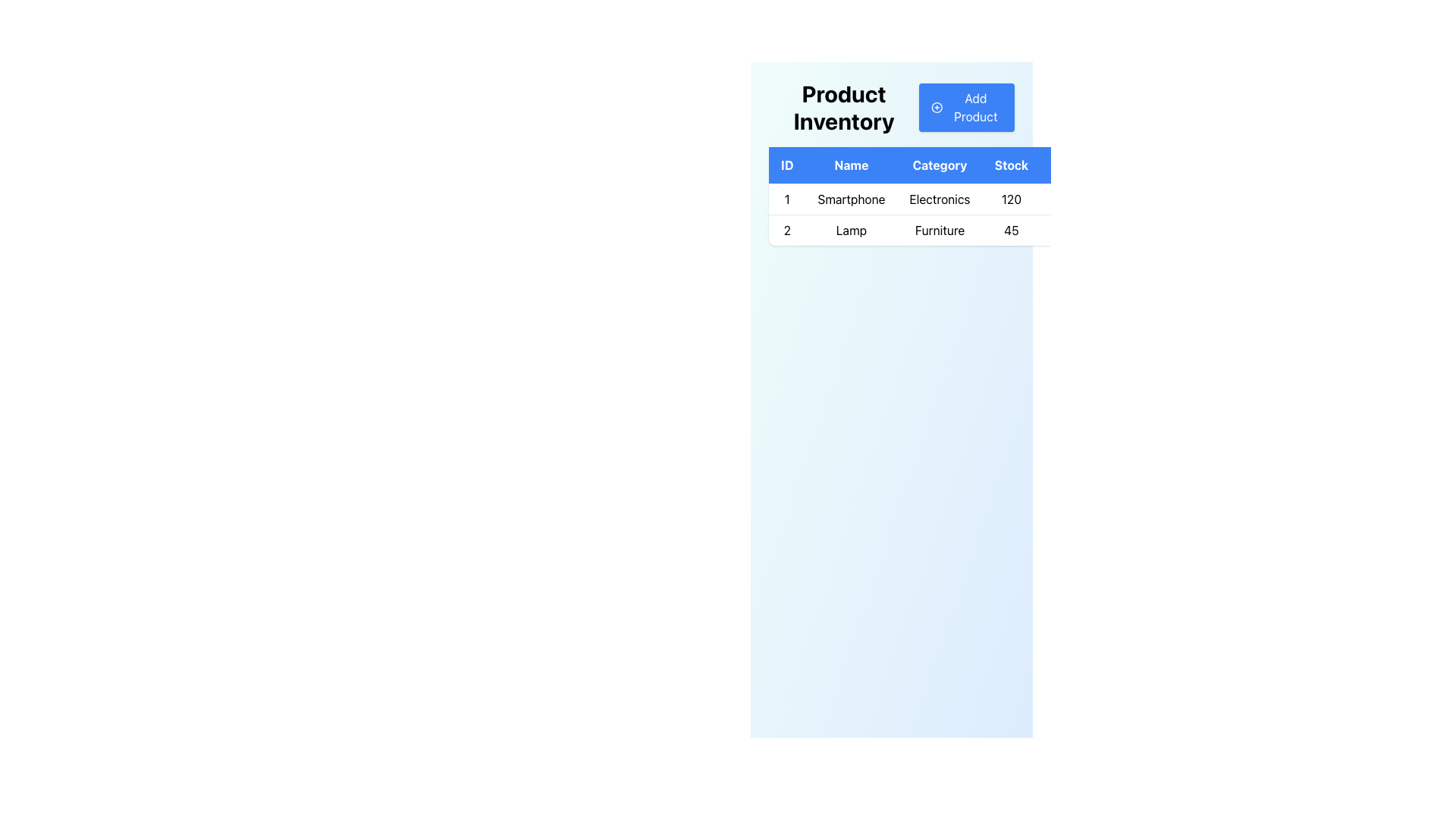 This screenshot has width=1456, height=819. What do you see at coordinates (1012, 165) in the screenshot?
I see `the blue rectangular header labeled 'Stock', which is the fourth item in the row of headers above the table` at bounding box center [1012, 165].